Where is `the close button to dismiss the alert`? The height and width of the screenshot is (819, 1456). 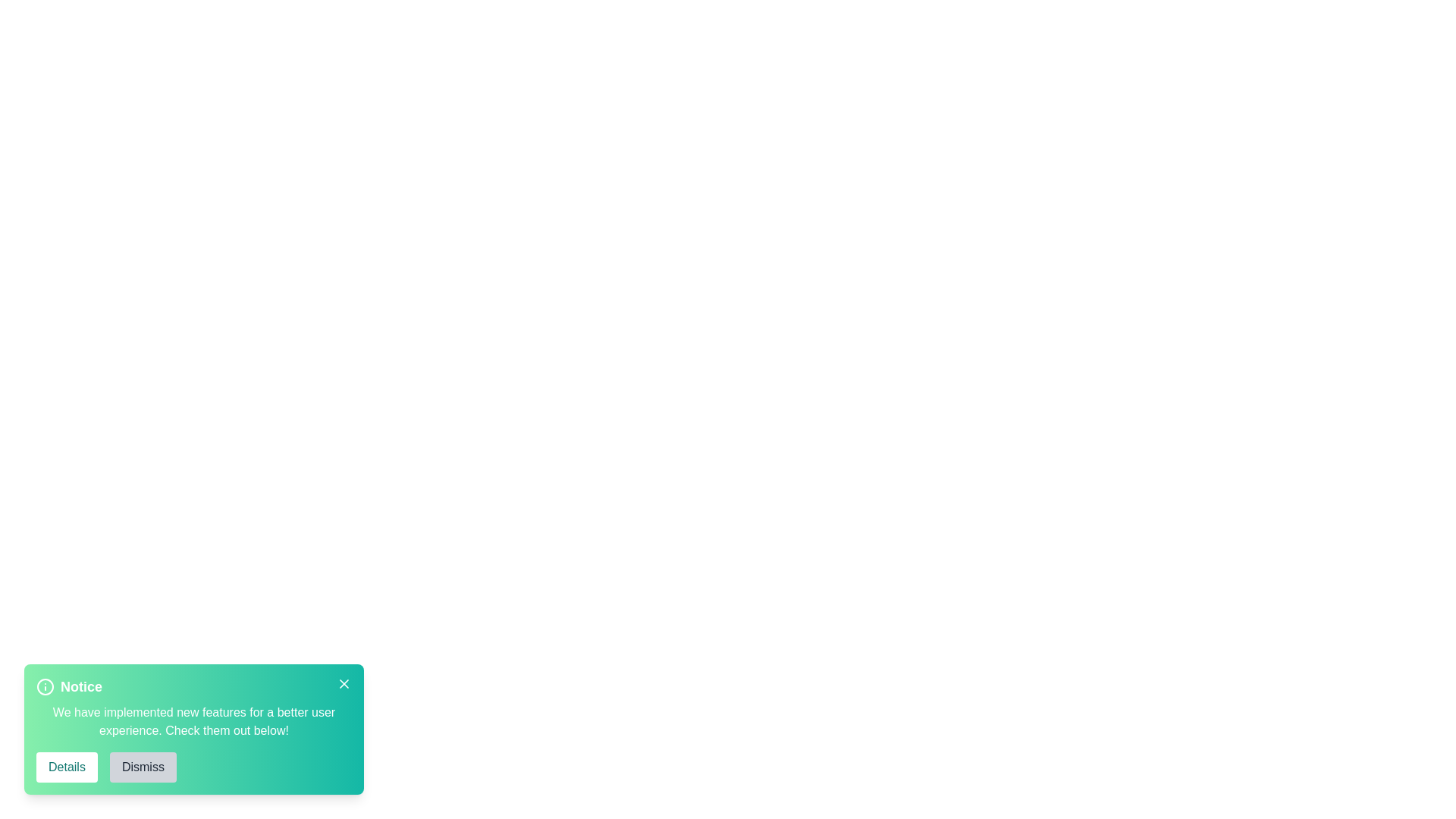
the close button to dismiss the alert is located at coordinates (344, 684).